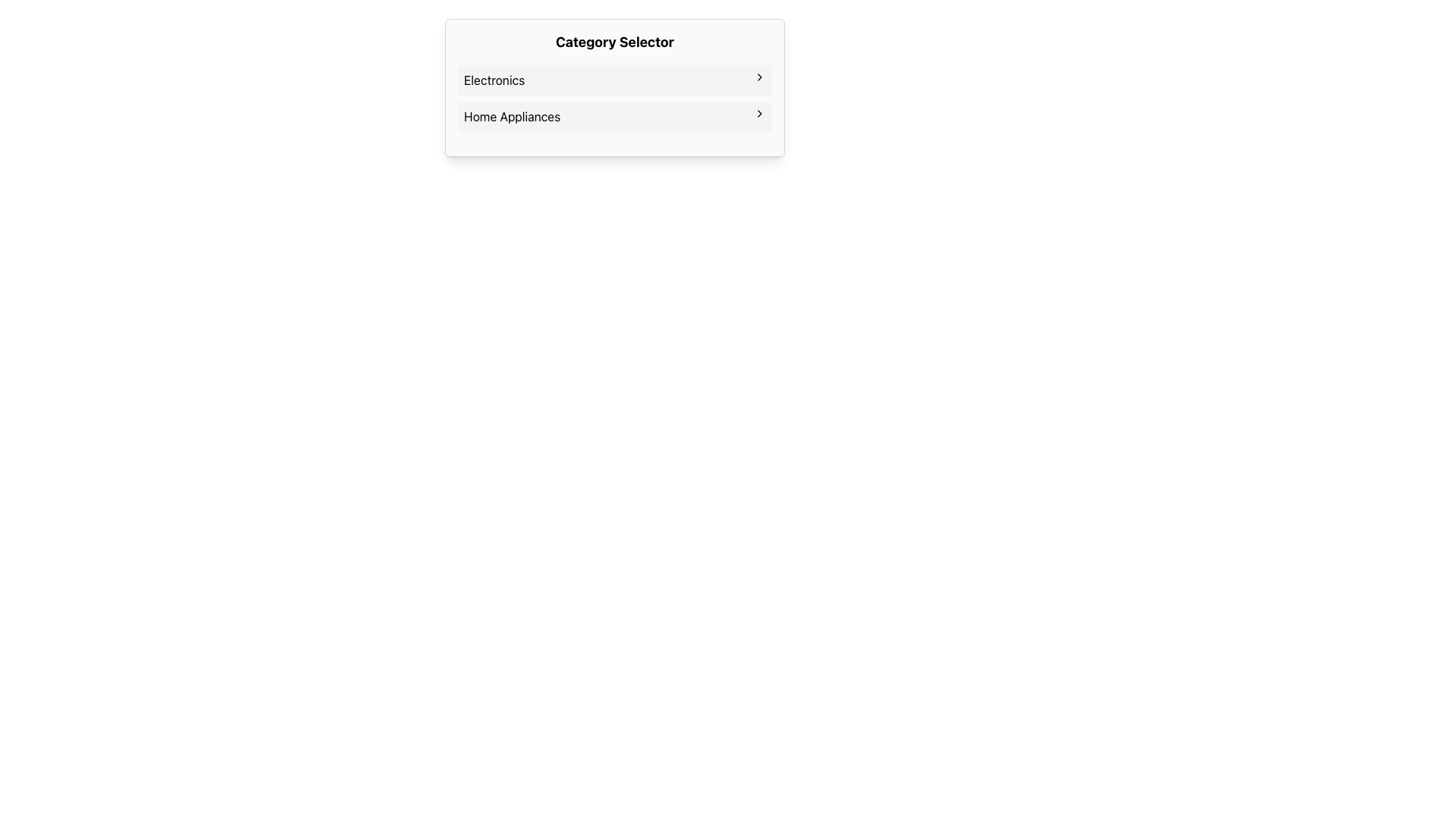 Image resolution: width=1456 pixels, height=819 pixels. I want to click on the 'Home Appliances' text label in the Category Selector interface, so click(512, 116).